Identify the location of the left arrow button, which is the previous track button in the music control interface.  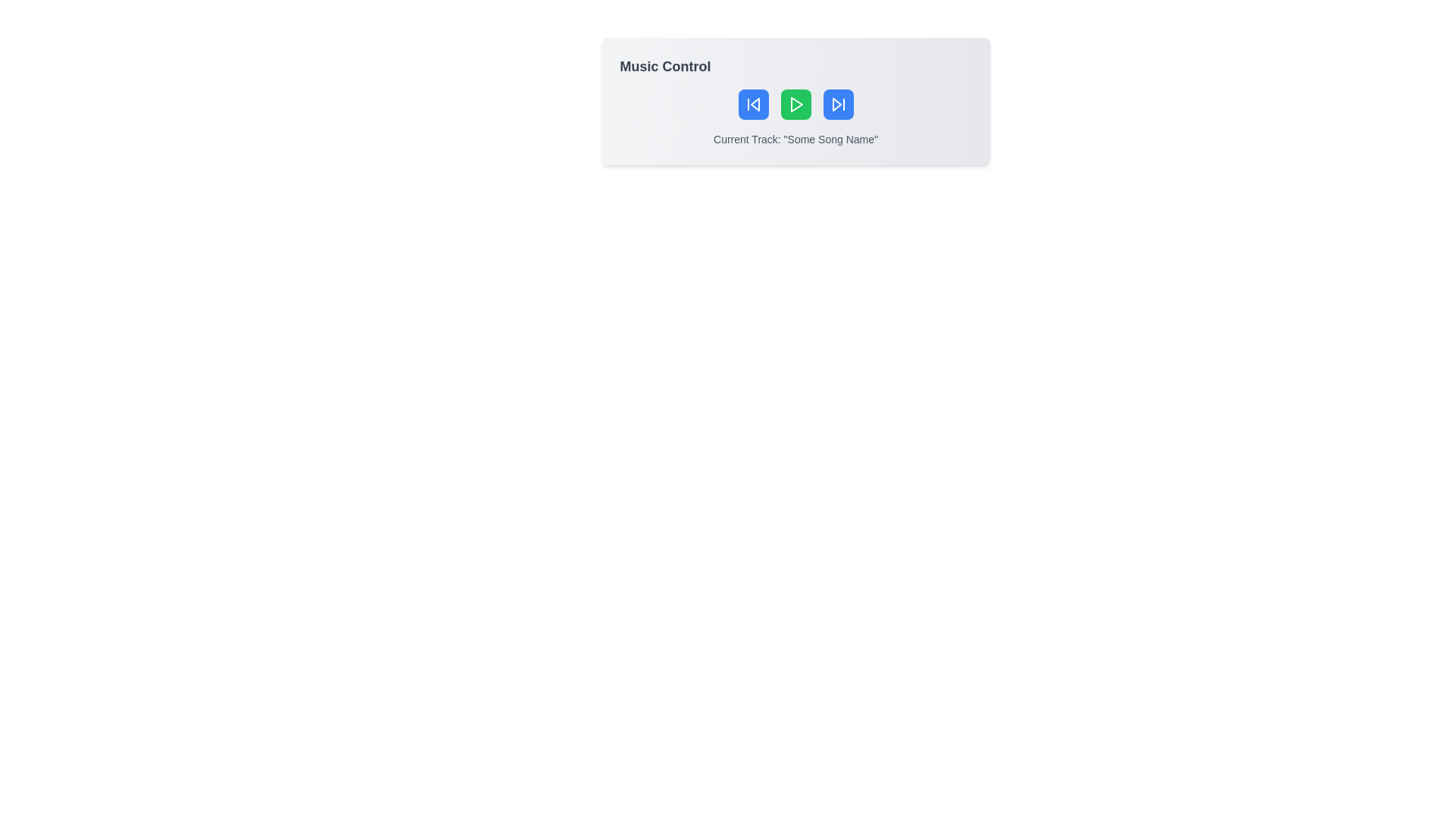
(755, 104).